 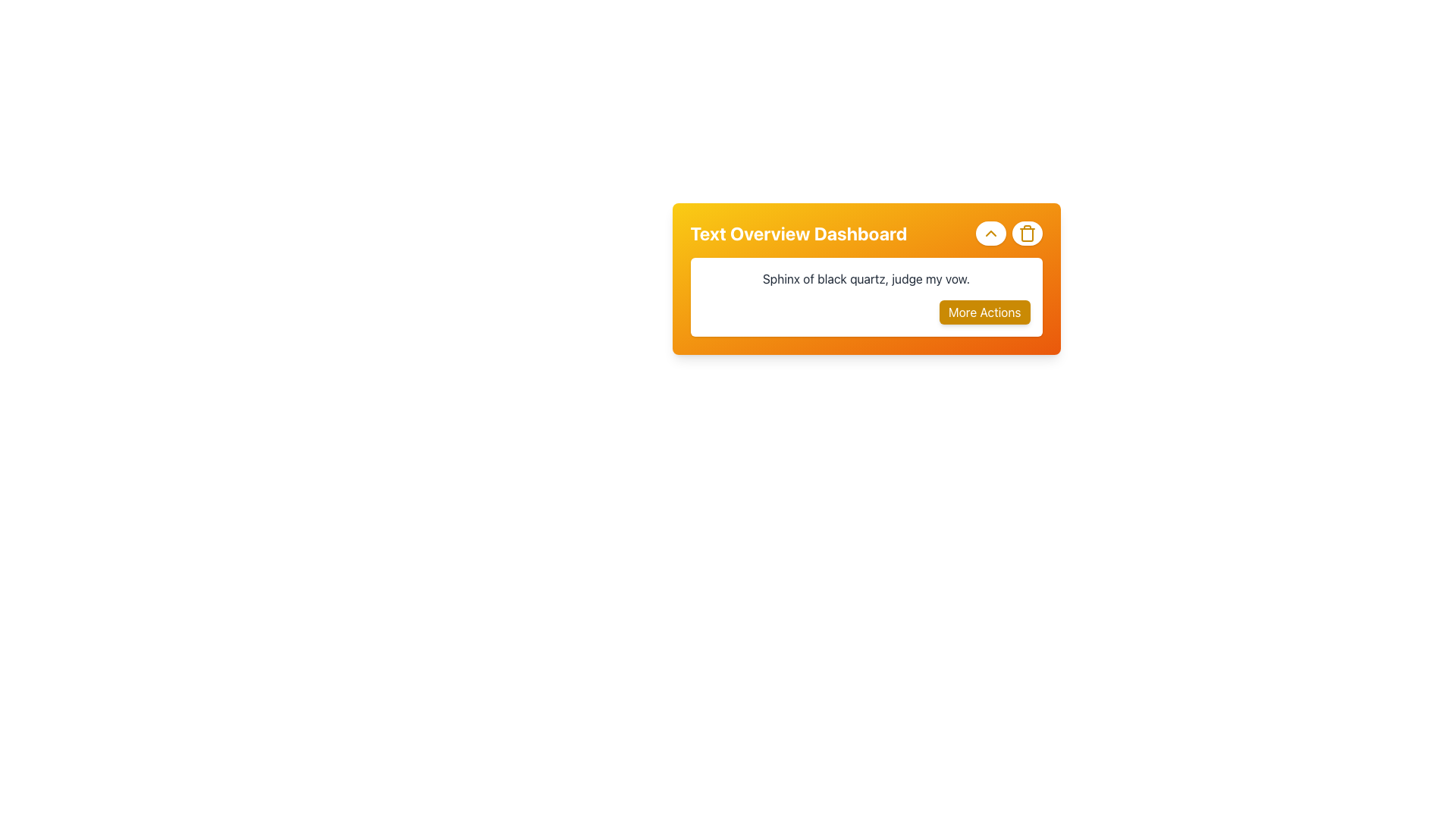 I want to click on the deletion button represented by a trash can icon located in the top-right corner of the 'Text Overview Dashboard', so click(x=1009, y=234).